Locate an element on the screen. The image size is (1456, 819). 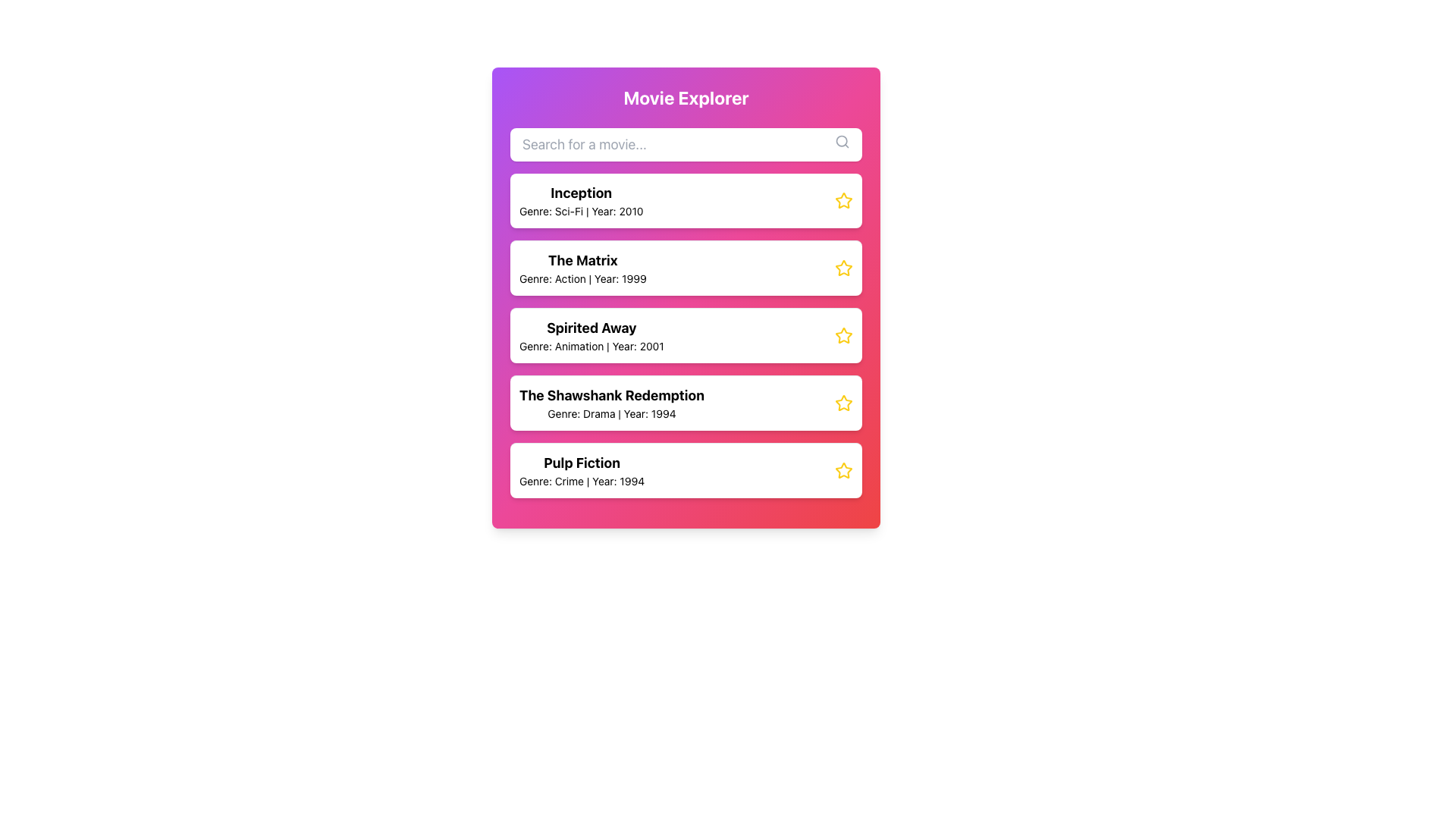
the star icon in the top-right corner of the last movie card is located at coordinates (843, 470).